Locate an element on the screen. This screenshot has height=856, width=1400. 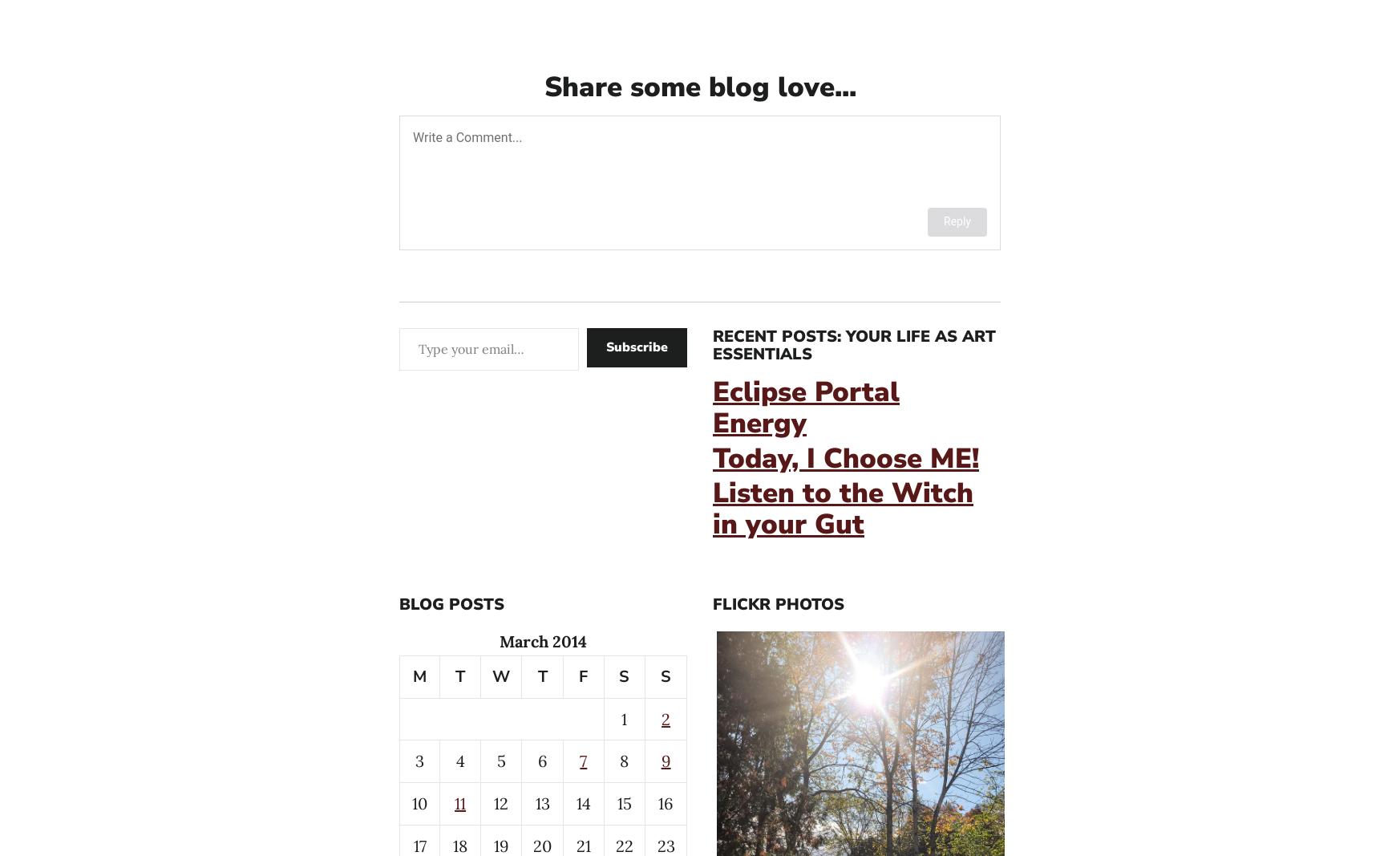
'Recent Posts: Your Life As Art Essentials' is located at coordinates (853, 344).